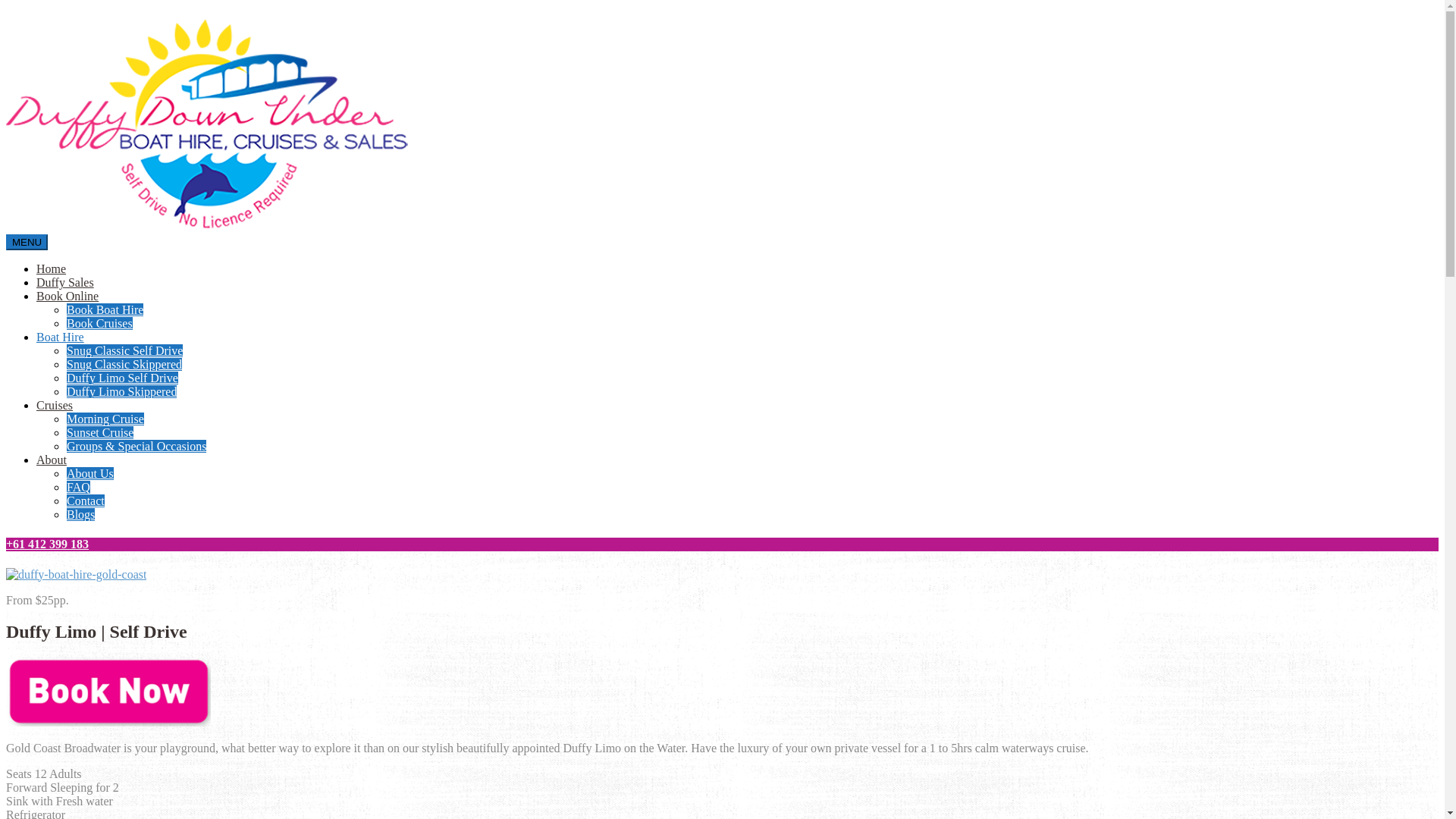 The image size is (1456, 819). I want to click on 'About Us', so click(65, 472).